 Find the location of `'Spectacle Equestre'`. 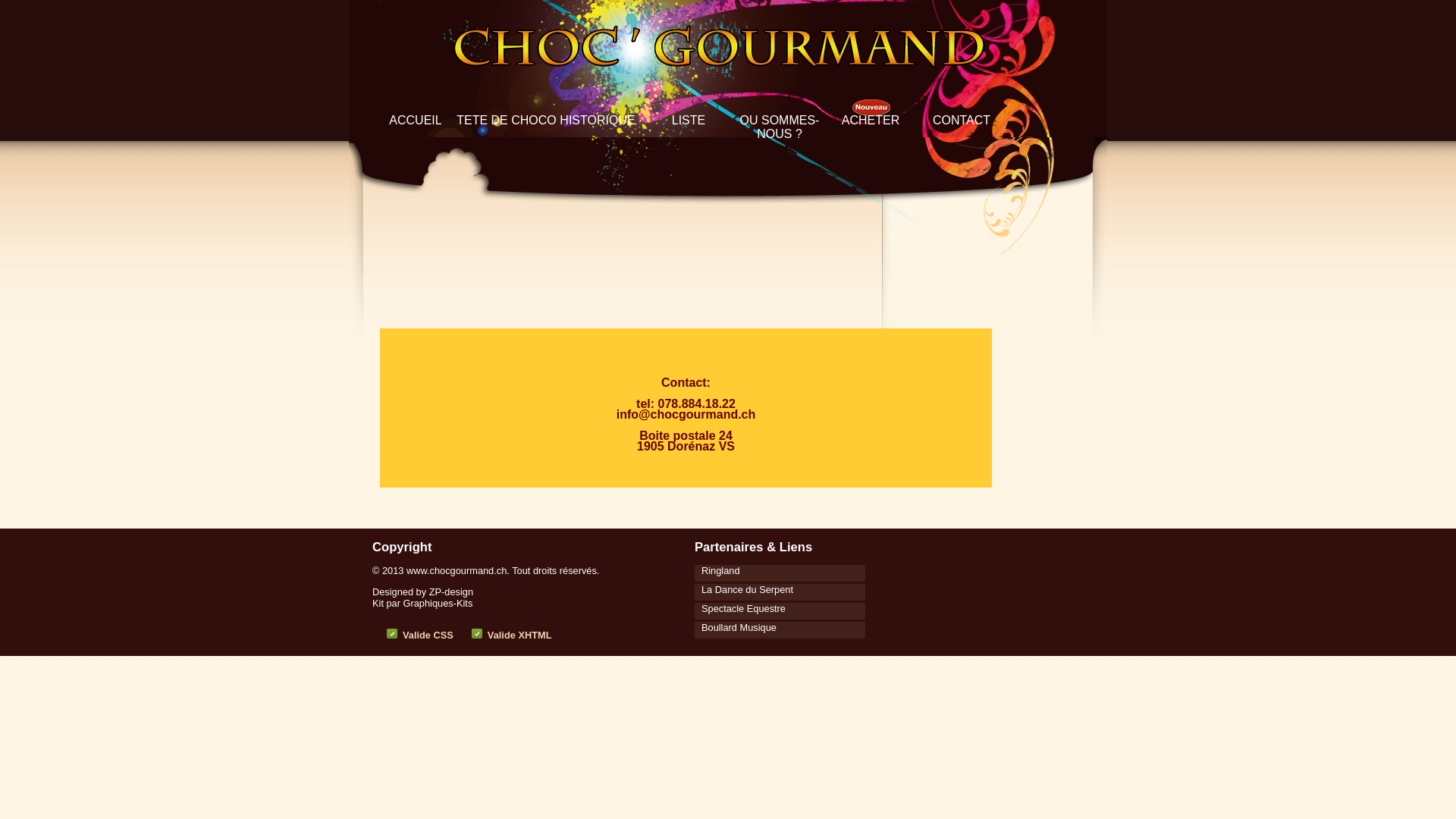

'Spectacle Equestre' is located at coordinates (739, 607).